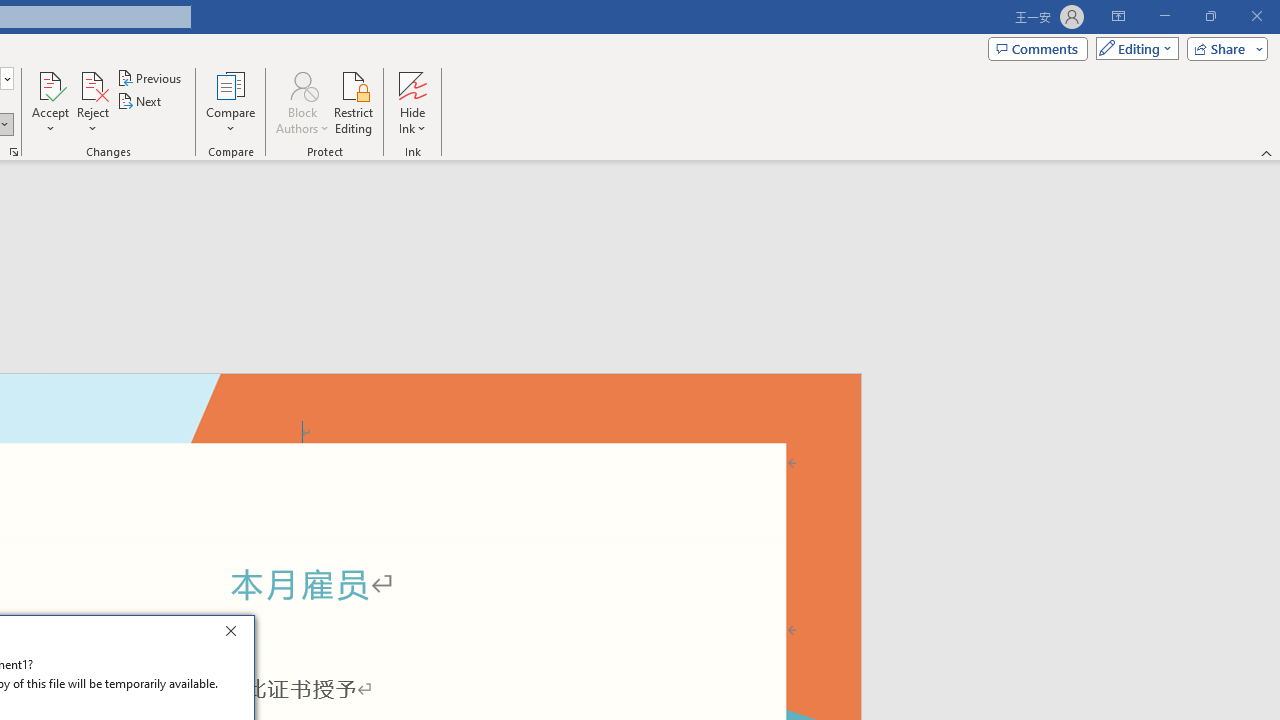 This screenshot has height=720, width=1280. Describe the element at coordinates (50, 103) in the screenshot. I see `'Accept'` at that location.